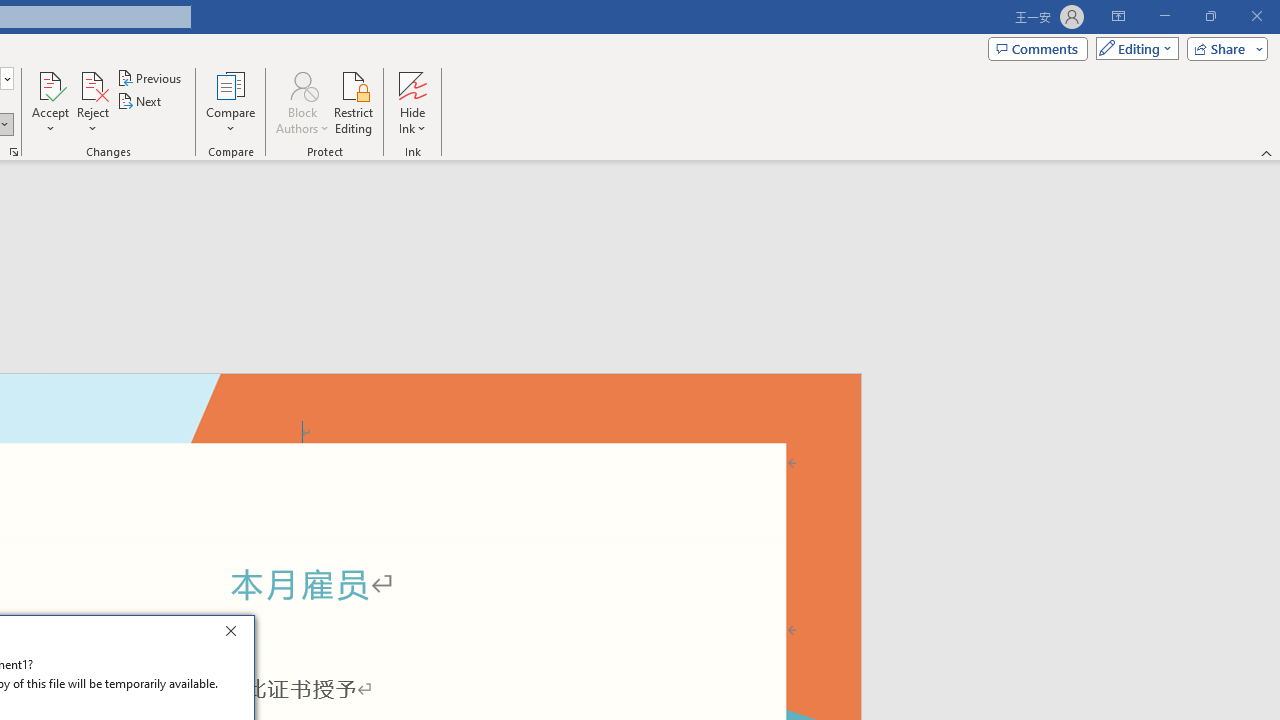 This screenshot has height=720, width=1280. Describe the element at coordinates (50, 103) in the screenshot. I see `'Accept'` at that location.